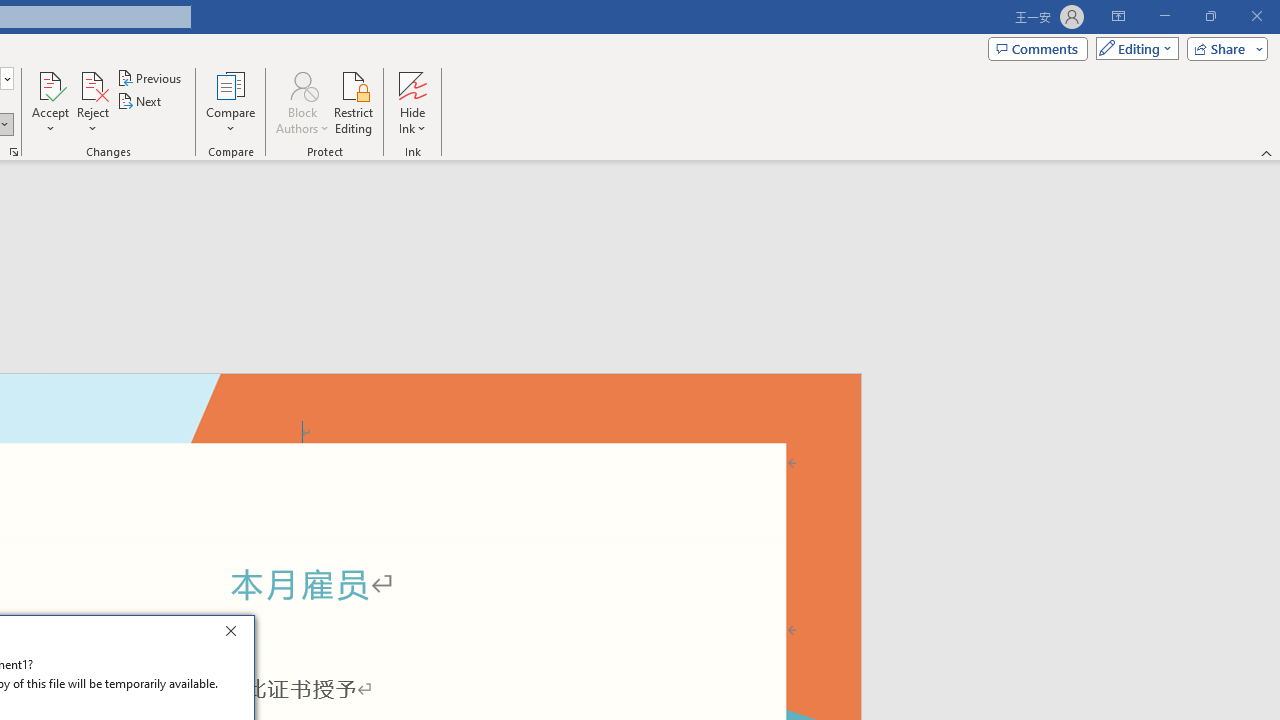 This screenshot has height=720, width=1280. Describe the element at coordinates (50, 103) in the screenshot. I see `'Accept'` at that location.